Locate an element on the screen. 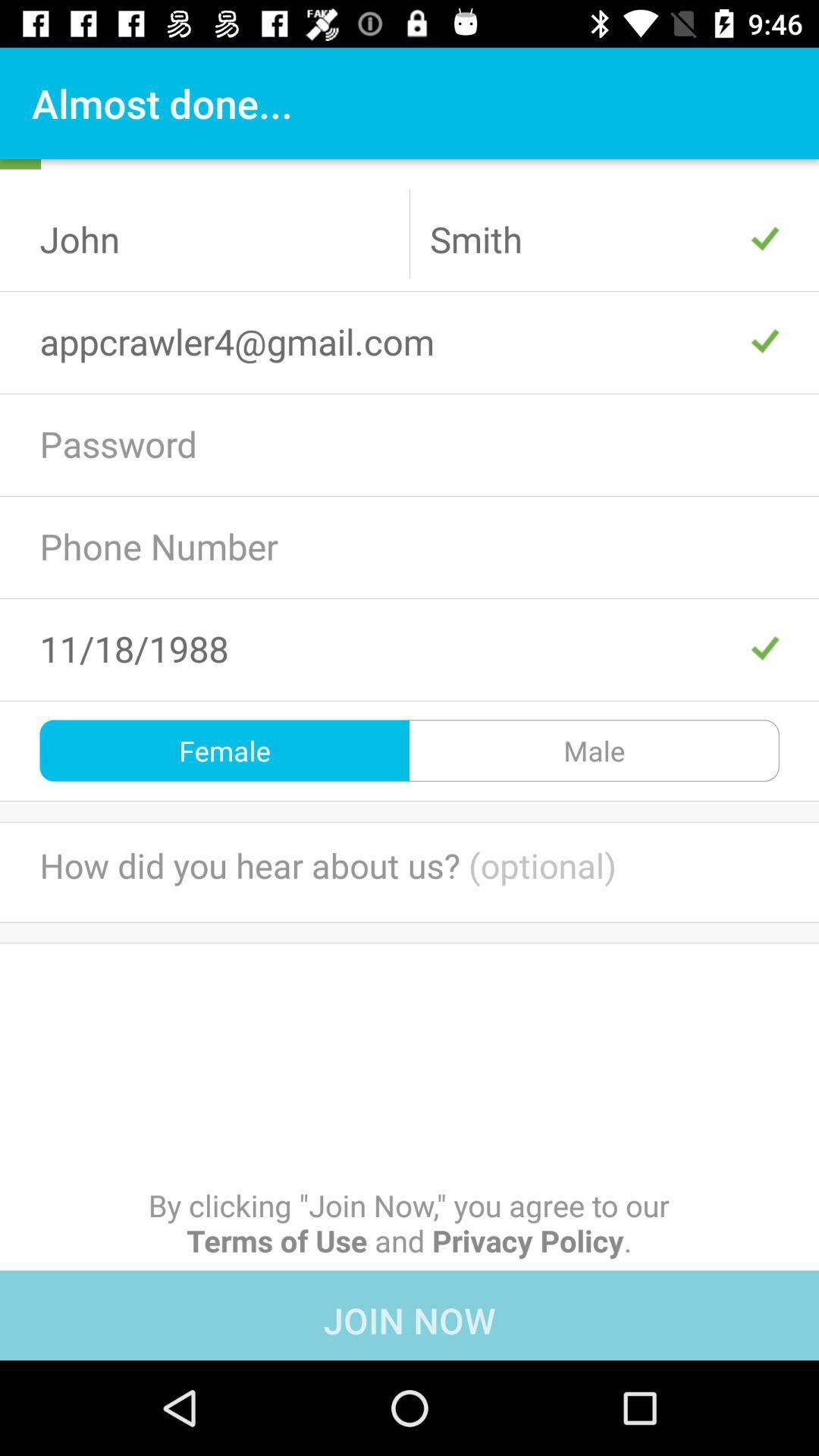 The image size is (819, 1456). female is located at coordinates (224, 751).